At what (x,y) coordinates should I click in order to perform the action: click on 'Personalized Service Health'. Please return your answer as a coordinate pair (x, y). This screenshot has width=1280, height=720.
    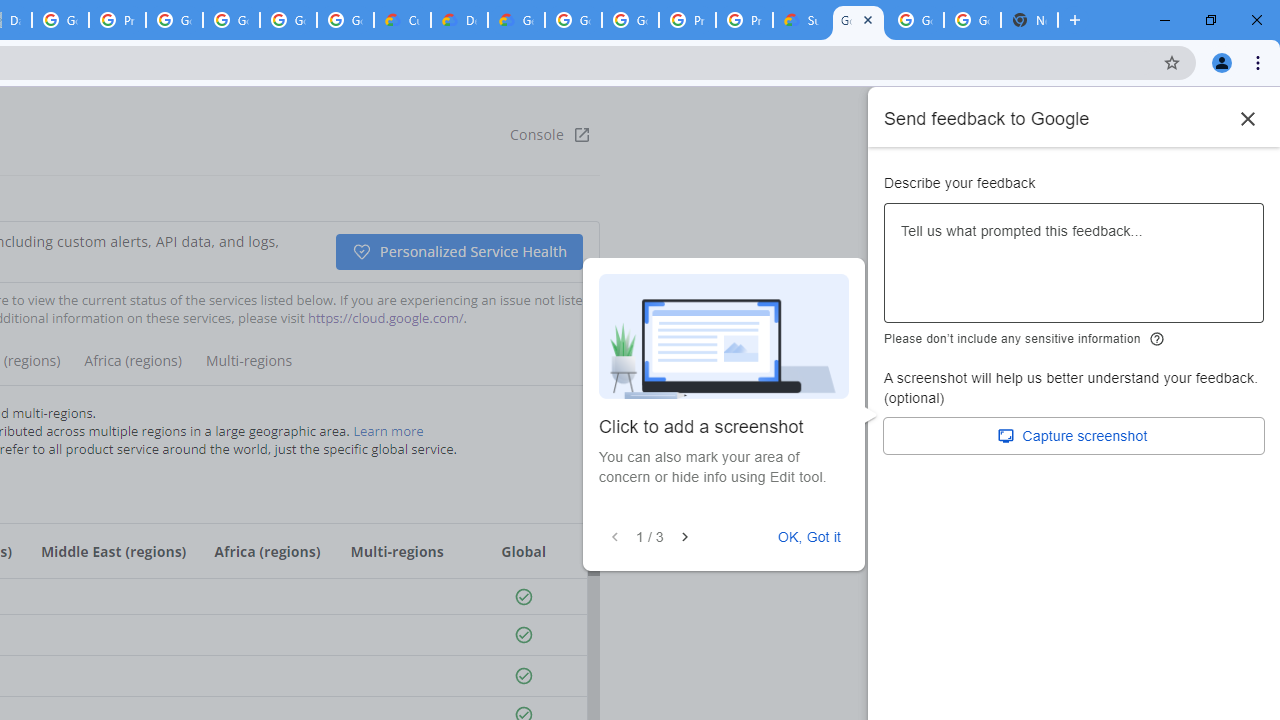
    Looking at the image, I should click on (457, 251).